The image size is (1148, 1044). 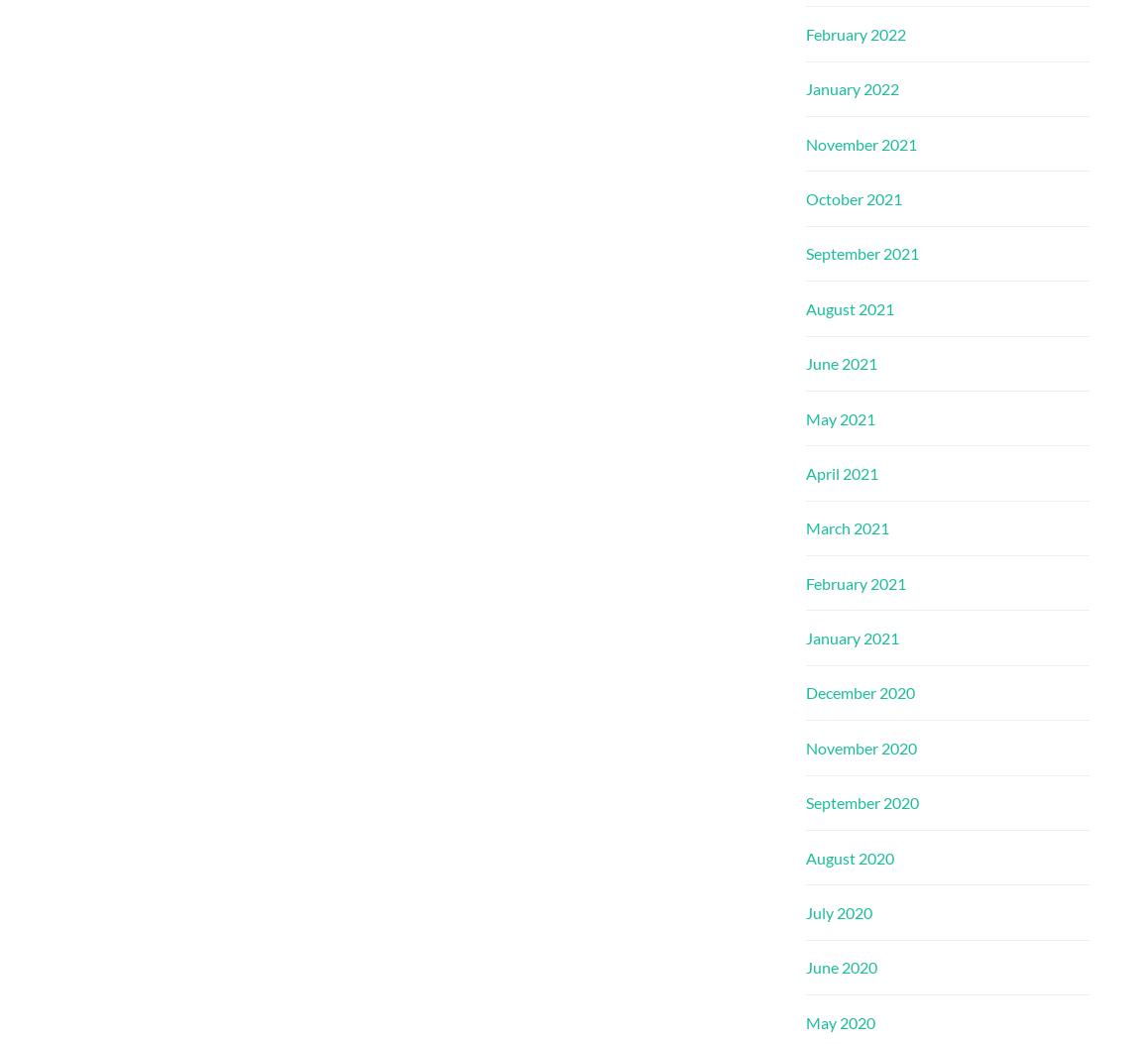 What do you see at coordinates (849, 307) in the screenshot?
I see `'August 2021'` at bounding box center [849, 307].